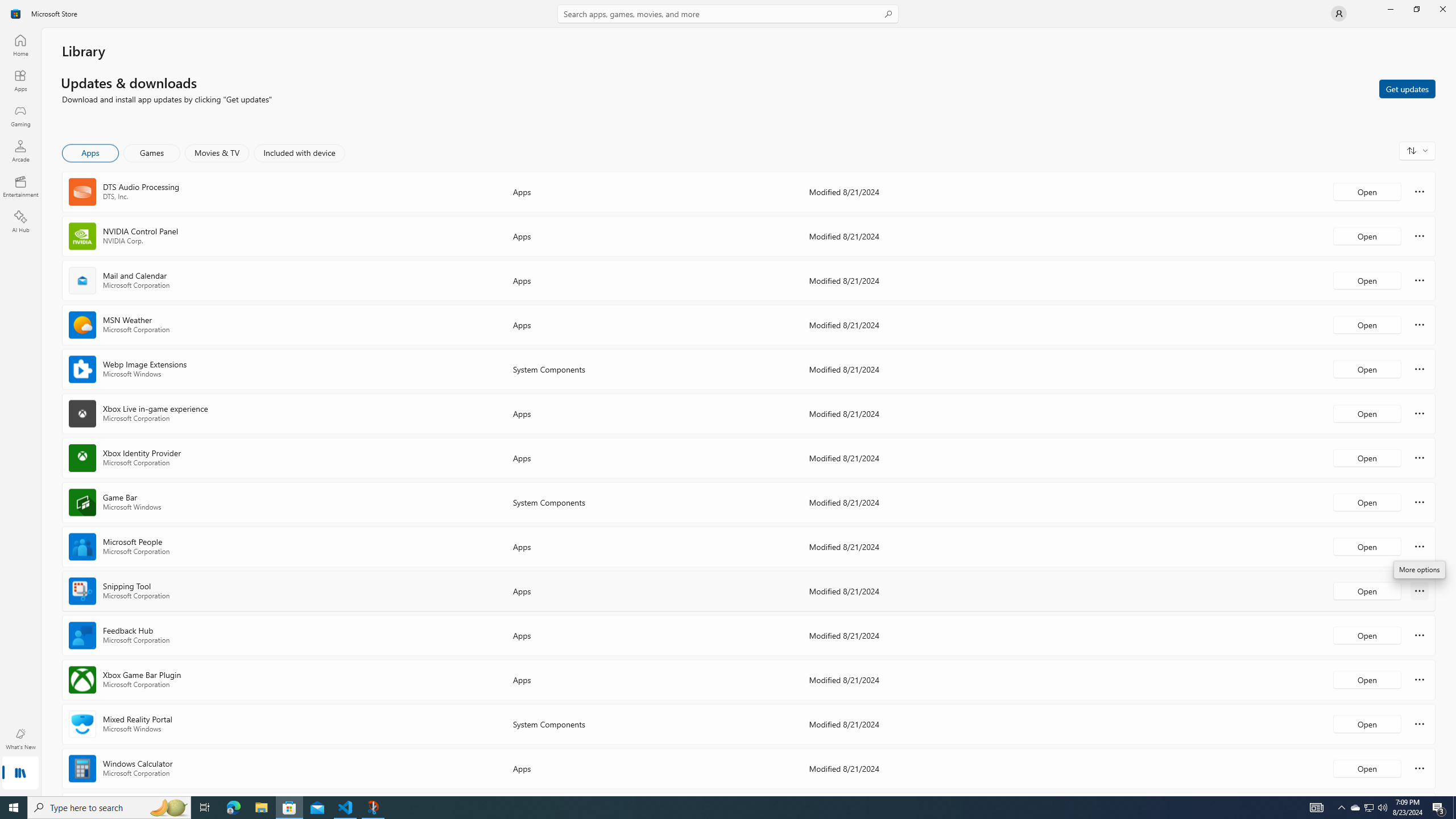 This screenshot has height=819, width=1456. What do you see at coordinates (216, 152) in the screenshot?
I see `'Movies & TV'` at bounding box center [216, 152].